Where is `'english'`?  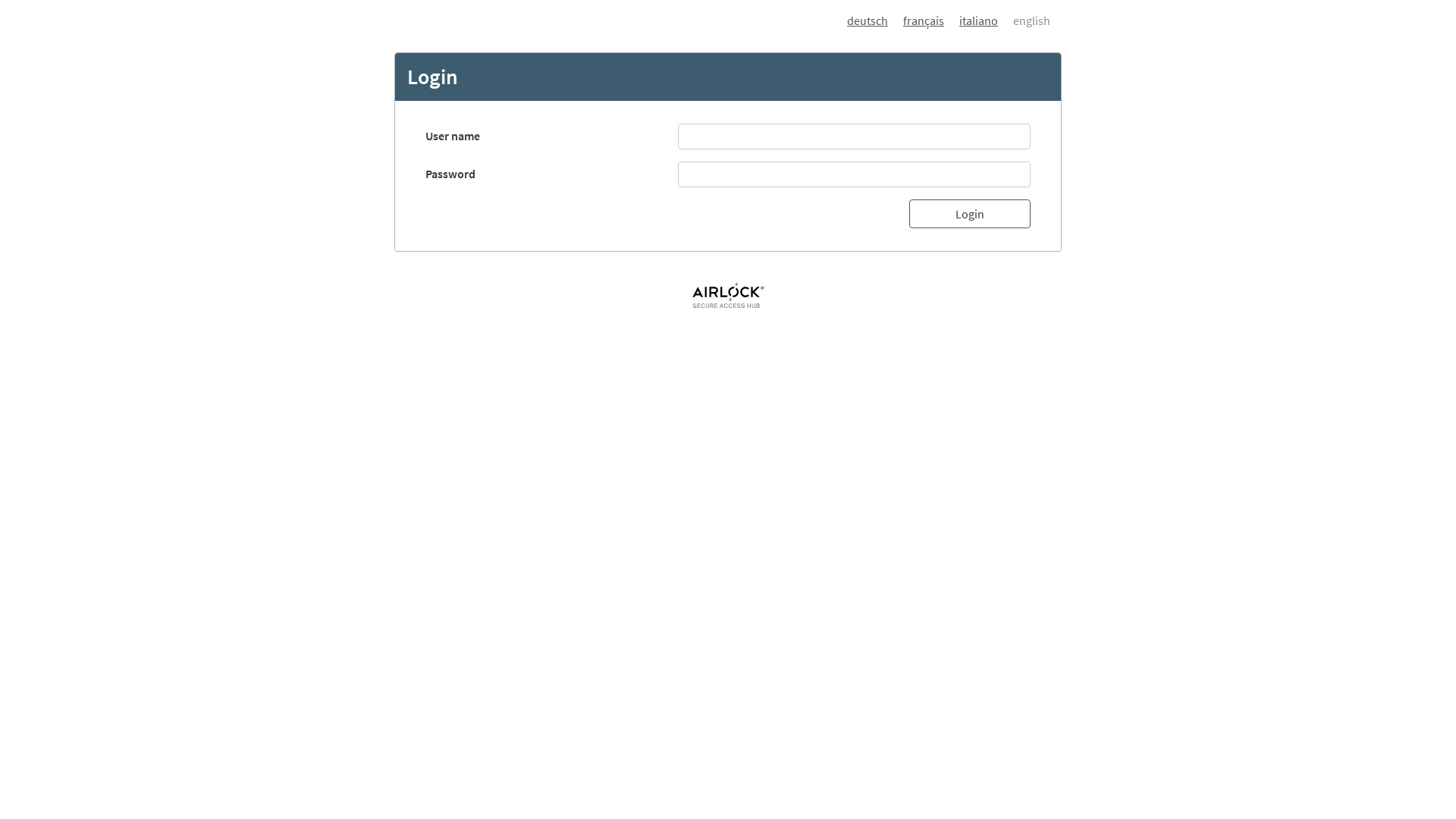
'english' is located at coordinates (1024, 20).